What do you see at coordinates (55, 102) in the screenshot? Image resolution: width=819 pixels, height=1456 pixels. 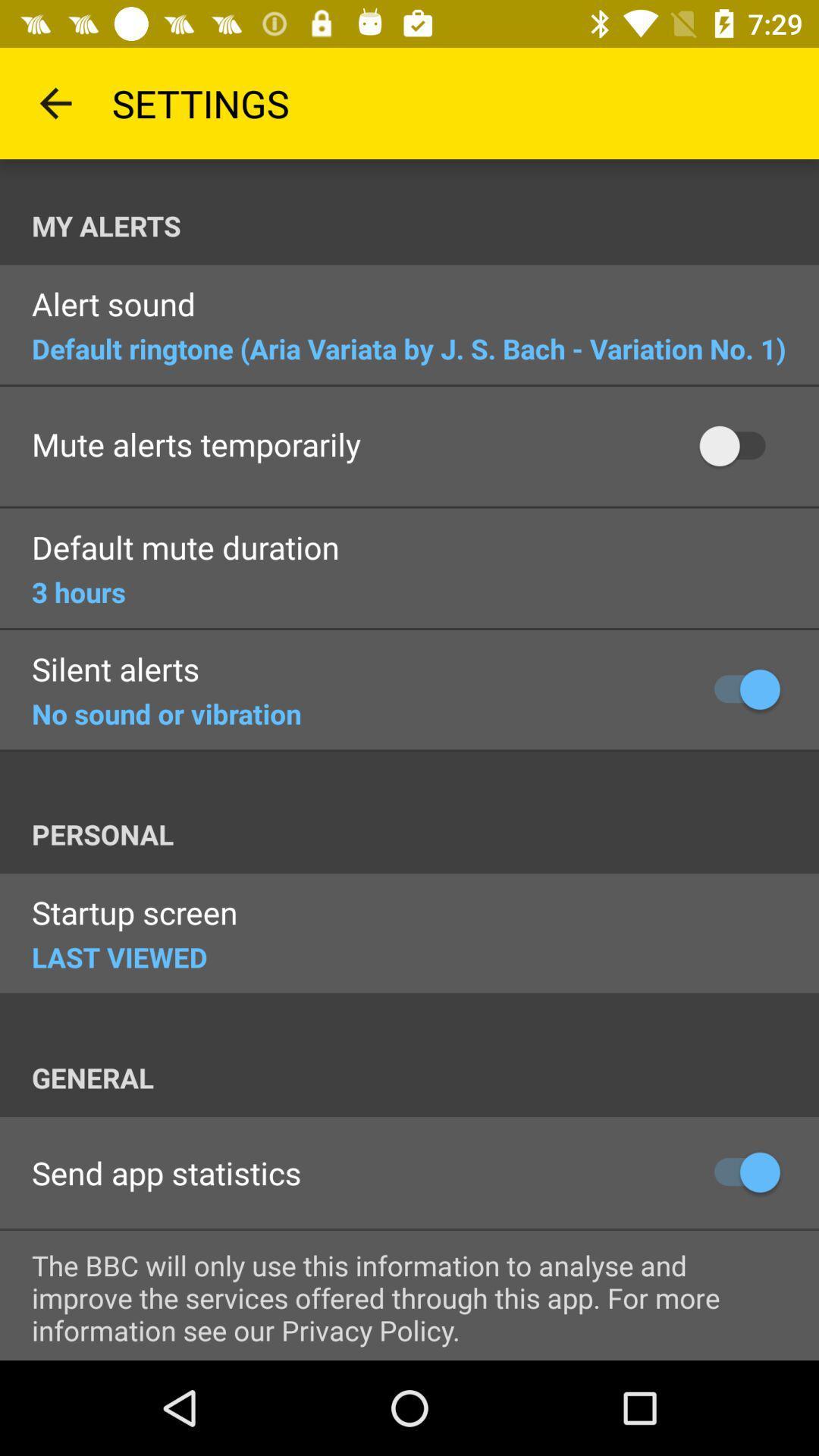 I see `icon above my alerts` at bounding box center [55, 102].